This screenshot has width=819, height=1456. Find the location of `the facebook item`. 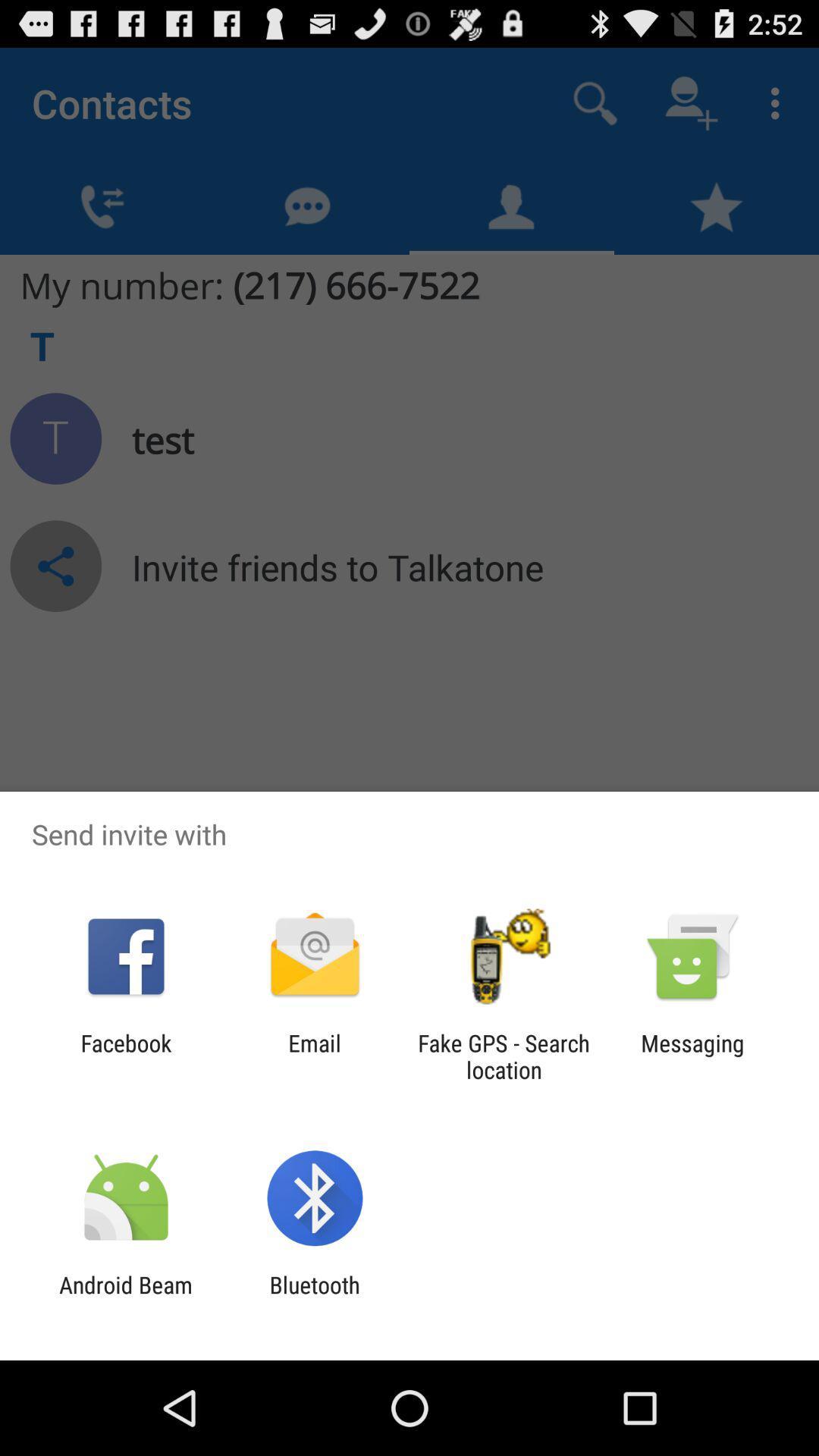

the facebook item is located at coordinates (125, 1056).